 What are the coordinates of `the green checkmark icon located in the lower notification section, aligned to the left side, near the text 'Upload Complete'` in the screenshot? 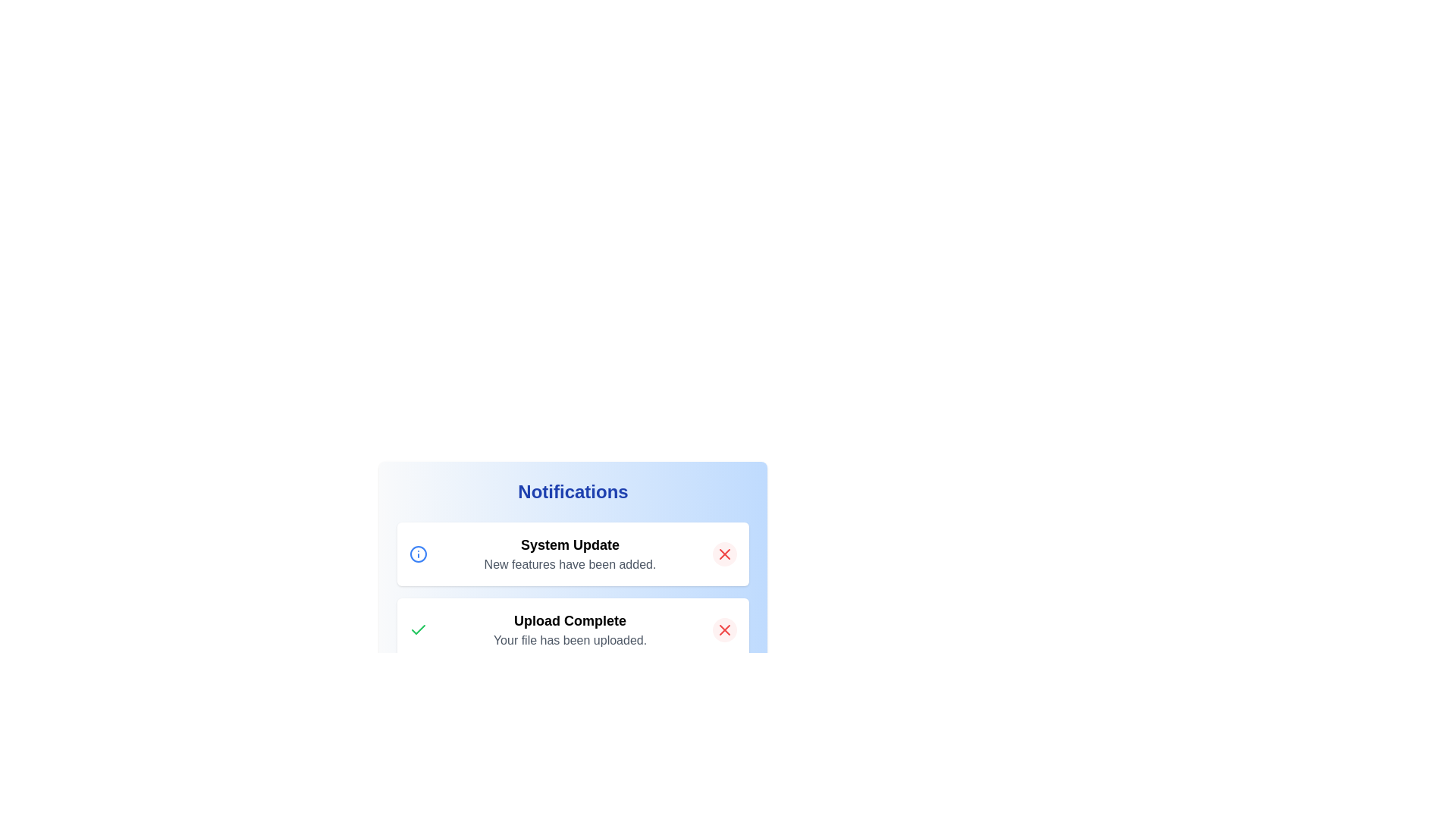 It's located at (419, 629).